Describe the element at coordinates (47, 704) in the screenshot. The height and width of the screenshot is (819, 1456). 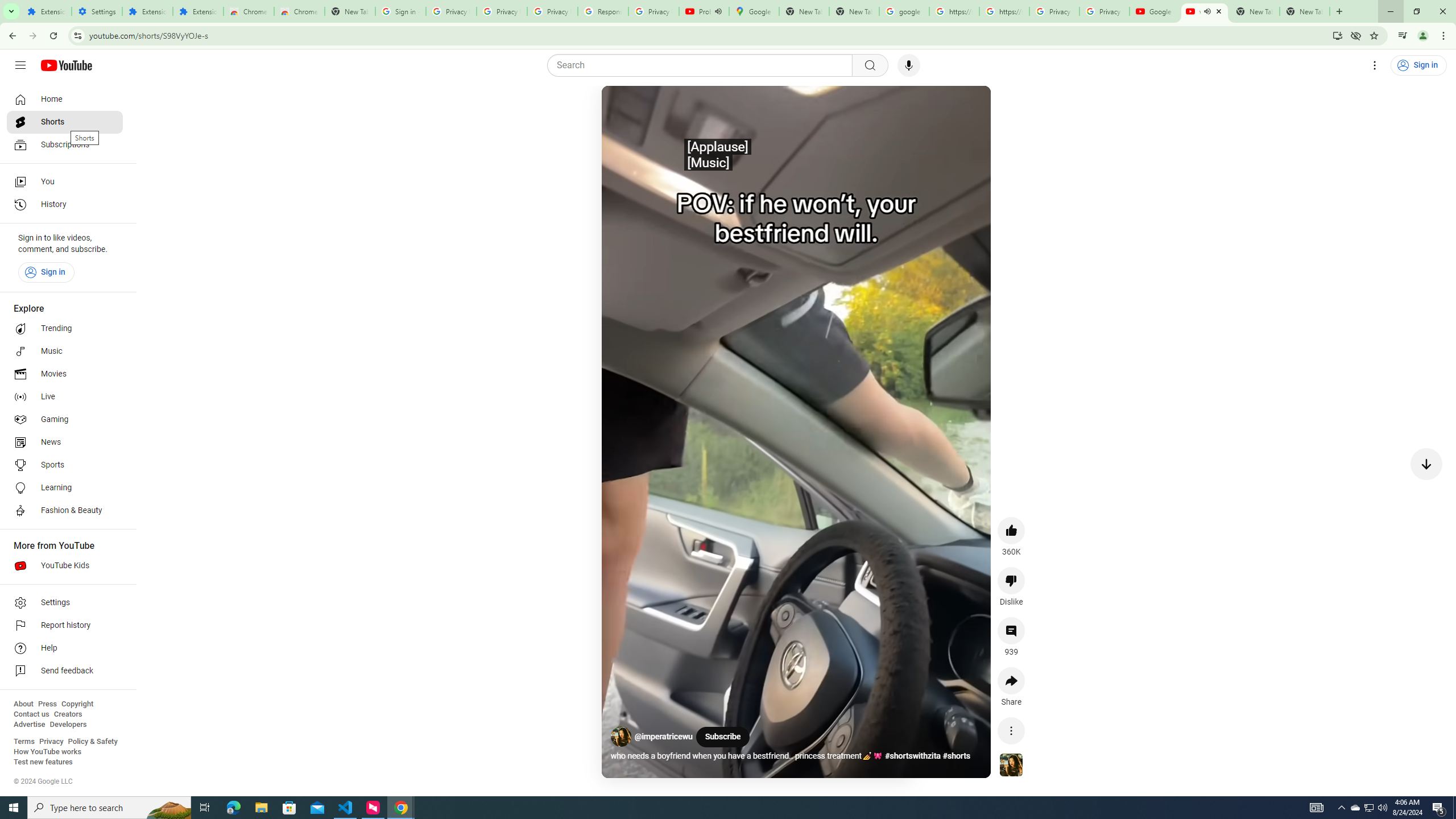
I see `'Press'` at that location.